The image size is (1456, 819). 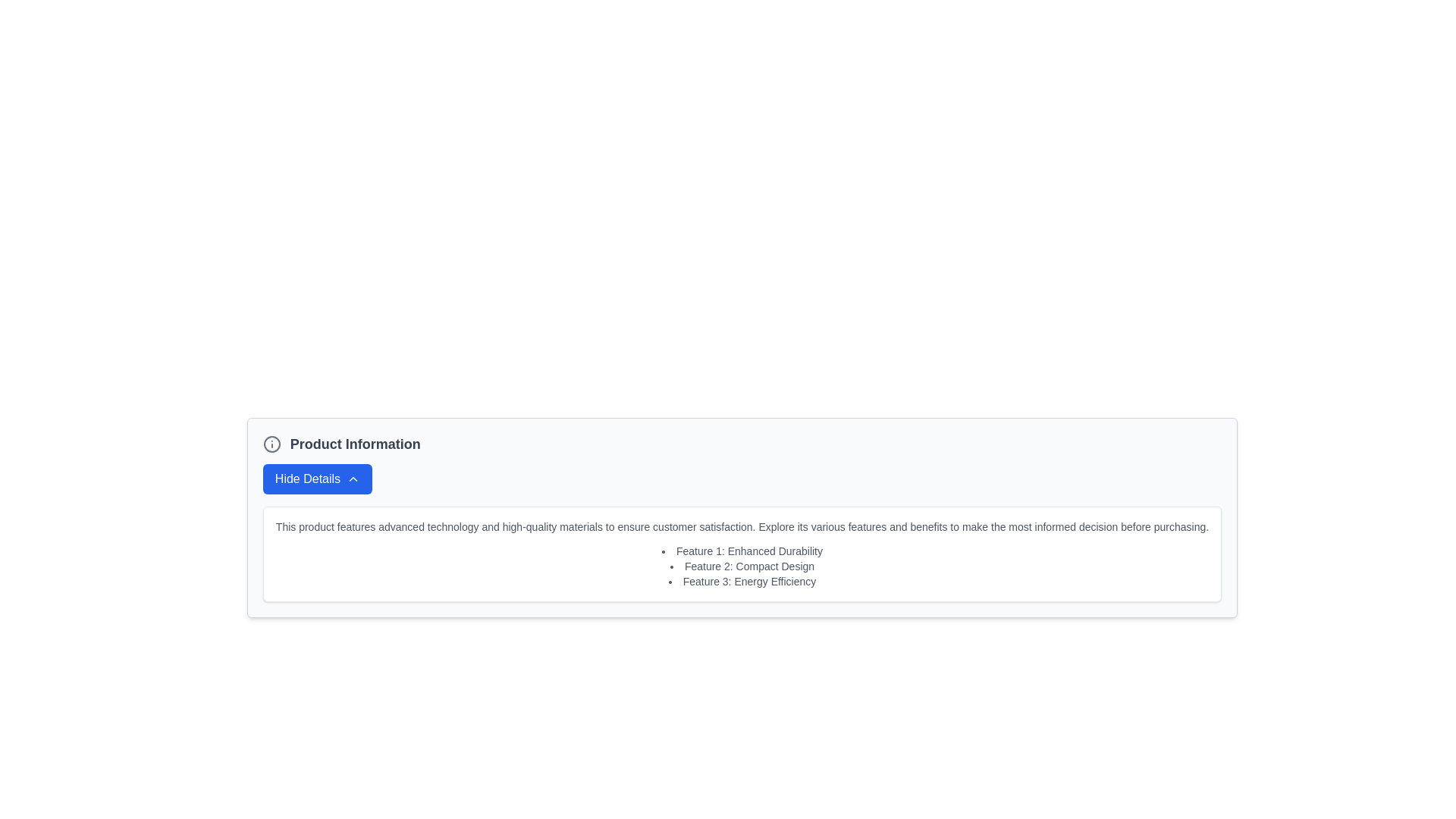 What do you see at coordinates (316, 479) in the screenshot?
I see `the button that toggles the visibility of the product details, located below the 'Product Information' heading, to observe the hover state change` at bounding box center [316, 479].